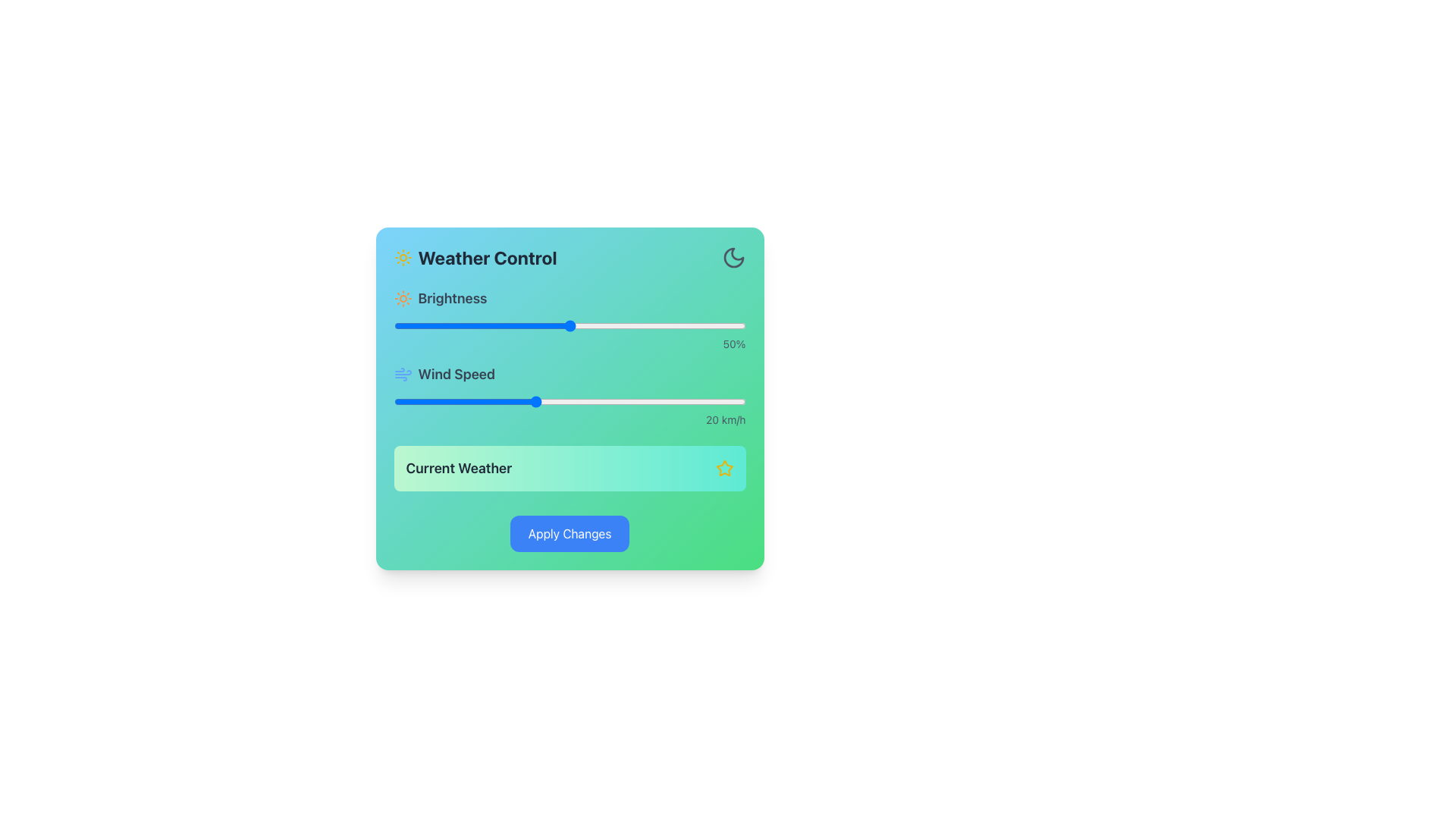 This screenshot has width=1456, height=819. What do you see at coordinates (422, 325) in the screenshot?
I see `brightness` at bounding box center [422, 325].